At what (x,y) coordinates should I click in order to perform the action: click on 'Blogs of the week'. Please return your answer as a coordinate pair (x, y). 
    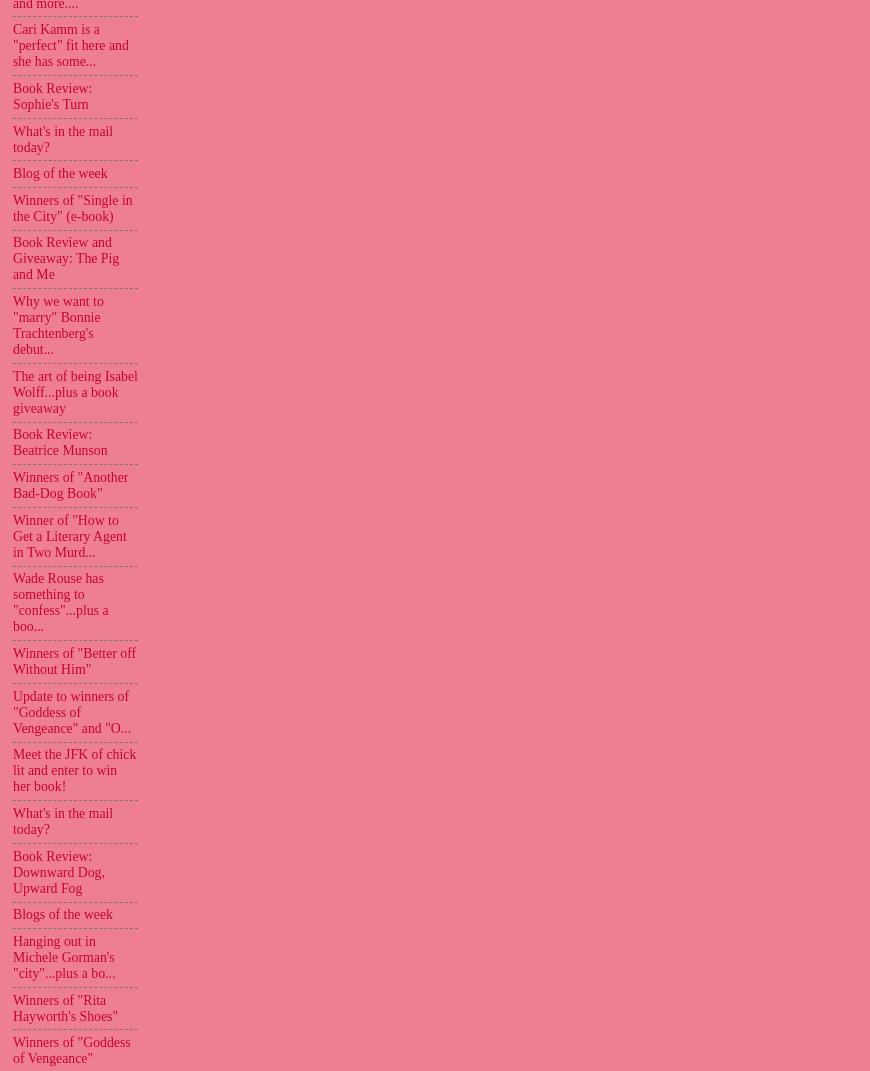
    Looking at the image, I should click on (61, 914).